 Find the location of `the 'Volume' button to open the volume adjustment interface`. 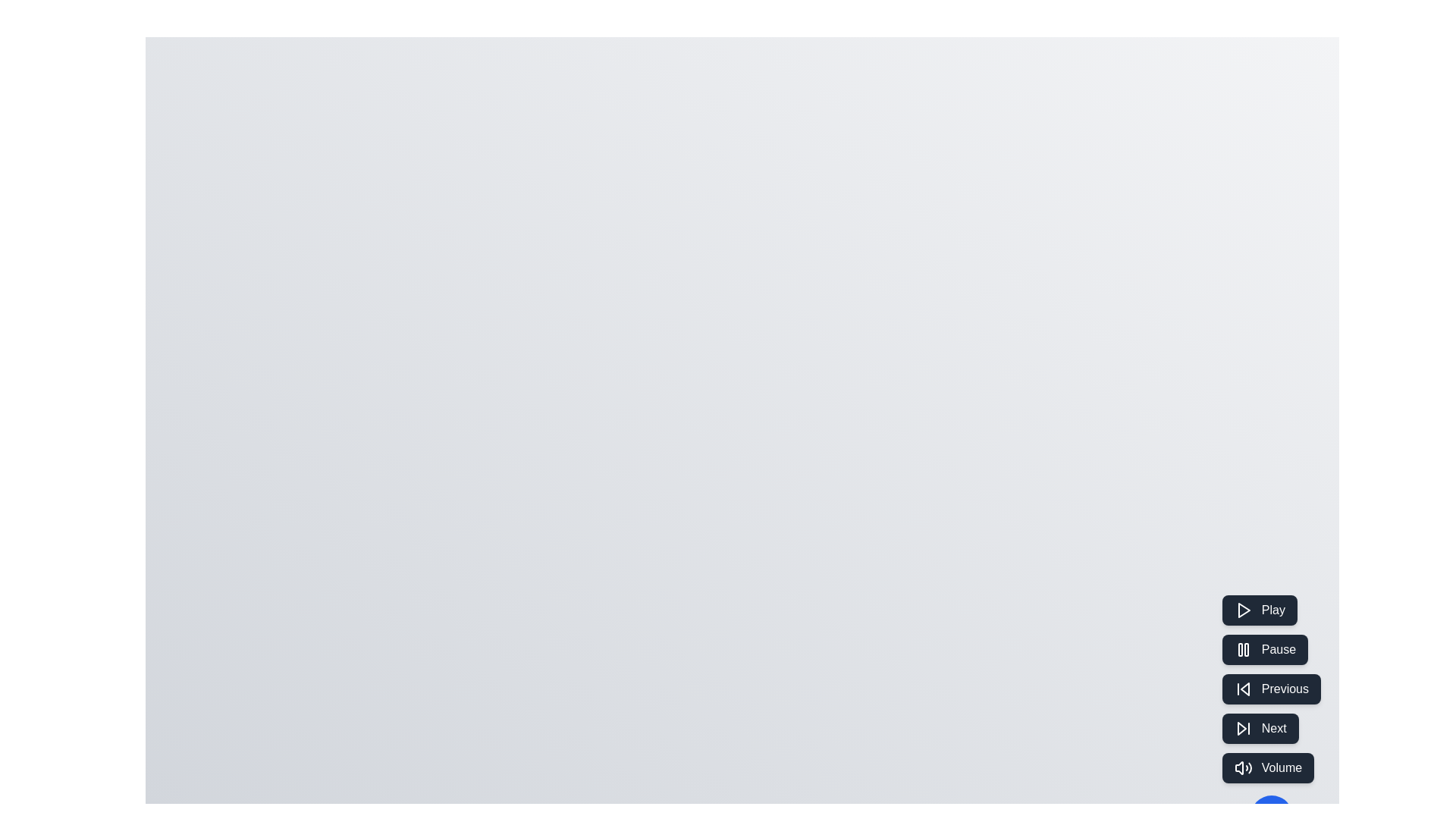

the 'Volume' button to open the volume adjustment interface is located at coordinates (1267, 768).